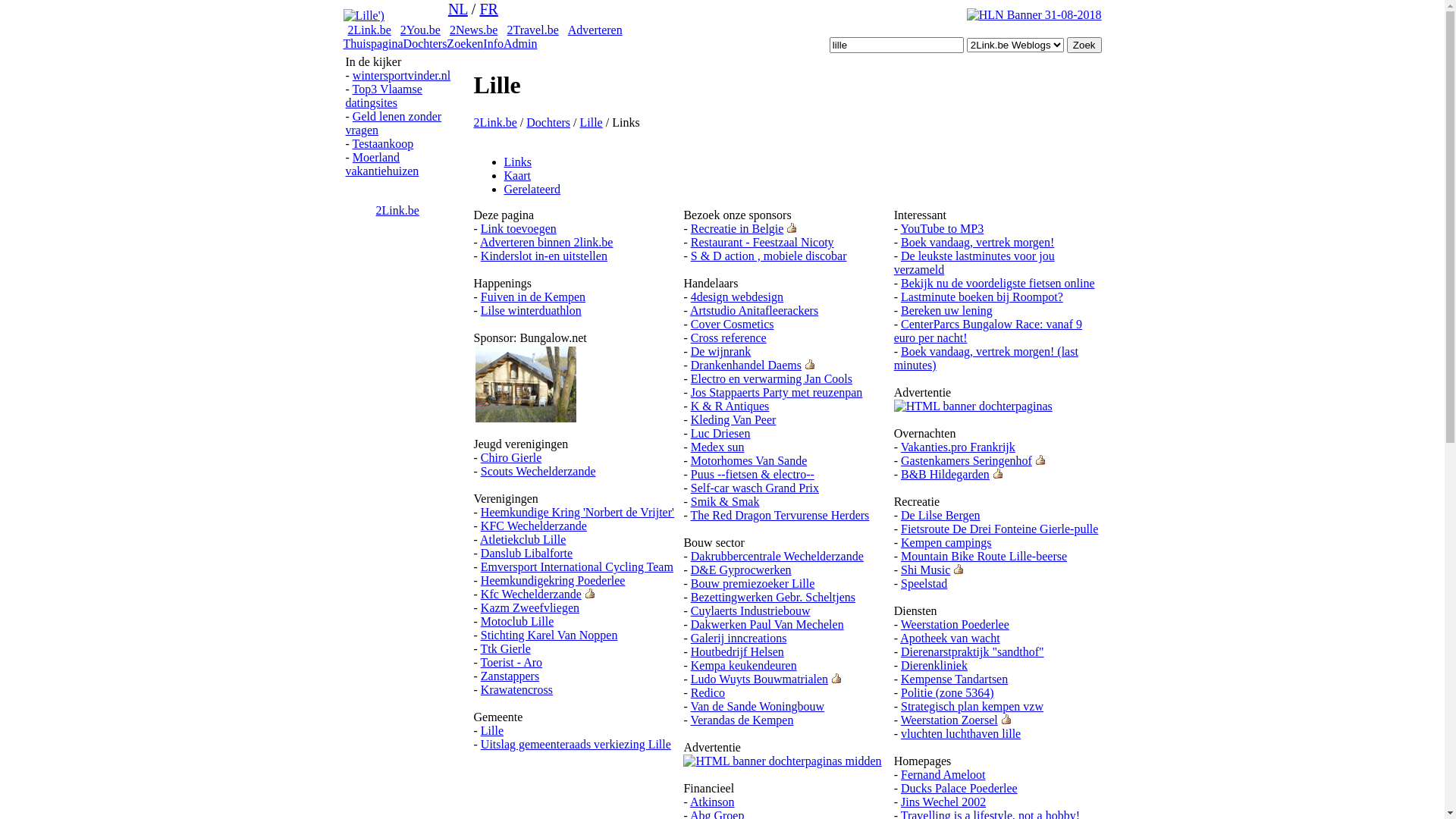  Describe the element at coordinates (690, 378) in the screenshot. I see `'Electro en verwarming Jan Cools'` at that location.